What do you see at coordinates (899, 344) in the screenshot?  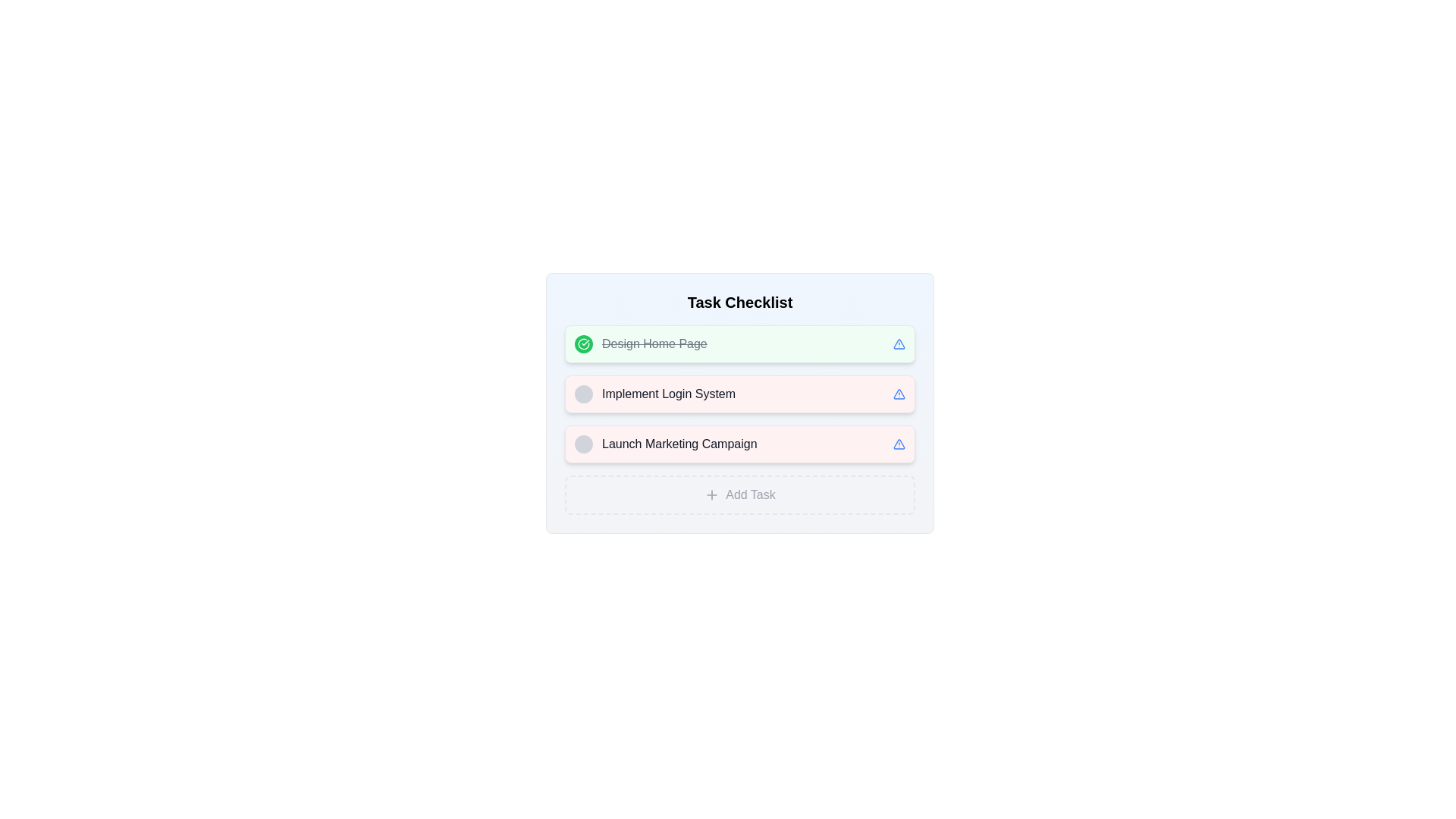 I see `the warning icon located to the right of the text 'Implement Login System' in the second task item of the checklist` at bounding box center [899, 344].